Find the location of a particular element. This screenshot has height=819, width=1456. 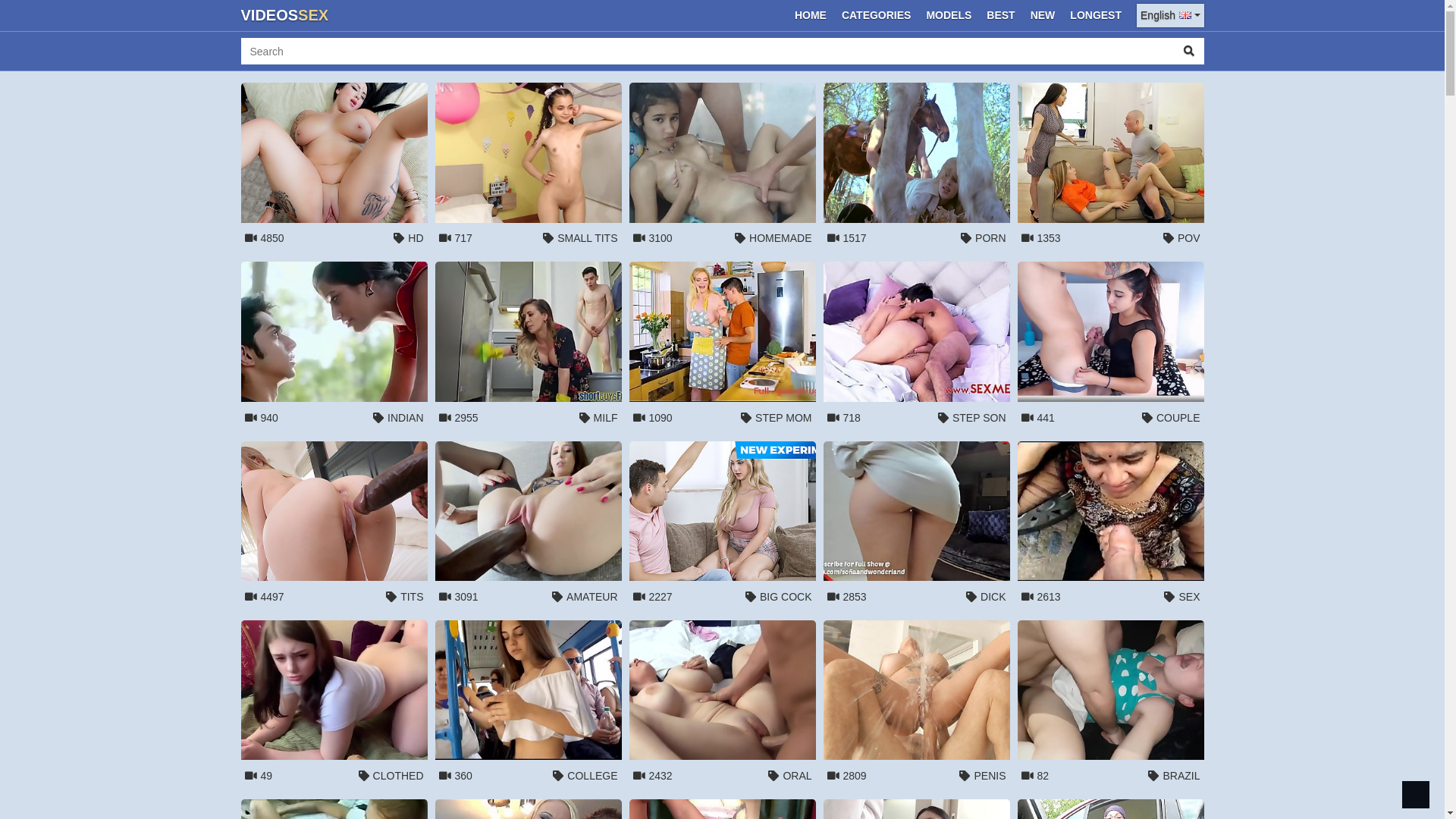

'2227 is located at coordinates (722, 526).